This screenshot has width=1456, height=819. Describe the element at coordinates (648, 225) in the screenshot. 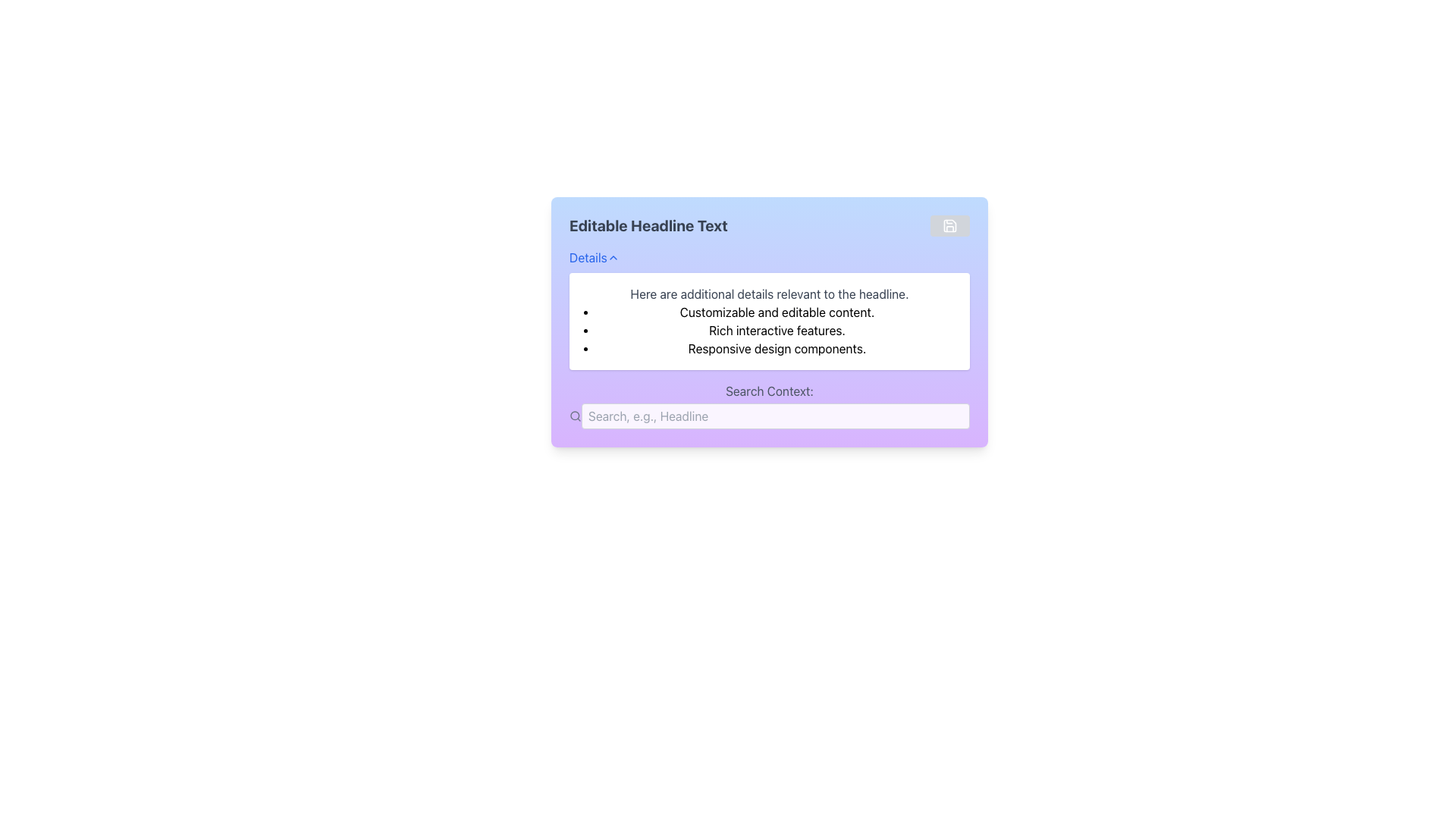

I see `the headline text that summarizes the content, located above the 'Details' dropdown` at that location.